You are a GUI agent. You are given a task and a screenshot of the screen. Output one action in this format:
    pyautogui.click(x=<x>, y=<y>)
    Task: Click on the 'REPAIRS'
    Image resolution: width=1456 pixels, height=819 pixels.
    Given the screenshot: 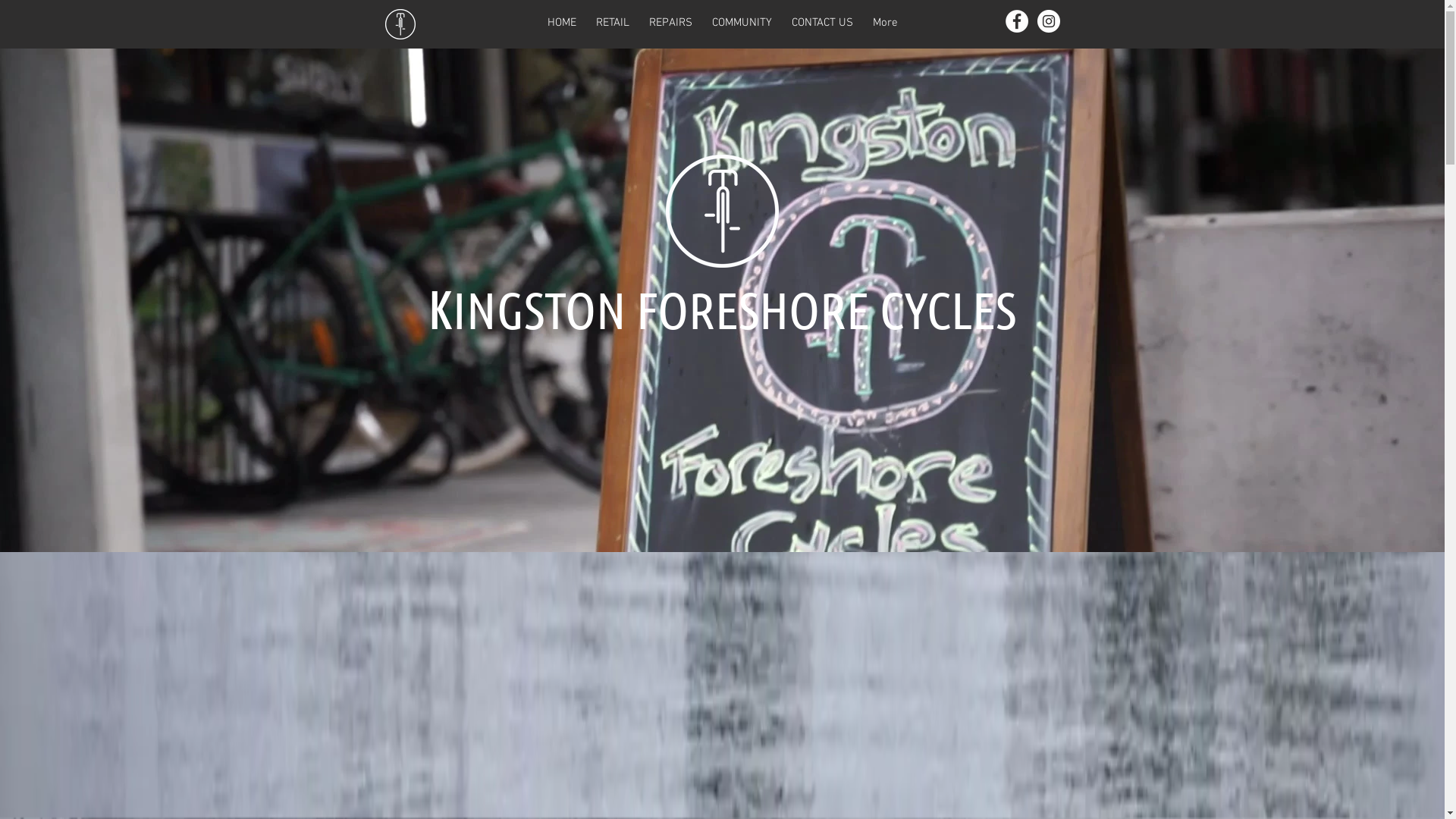 What is the action you would take?
    pyautogui.click(x=669, y=24)
    